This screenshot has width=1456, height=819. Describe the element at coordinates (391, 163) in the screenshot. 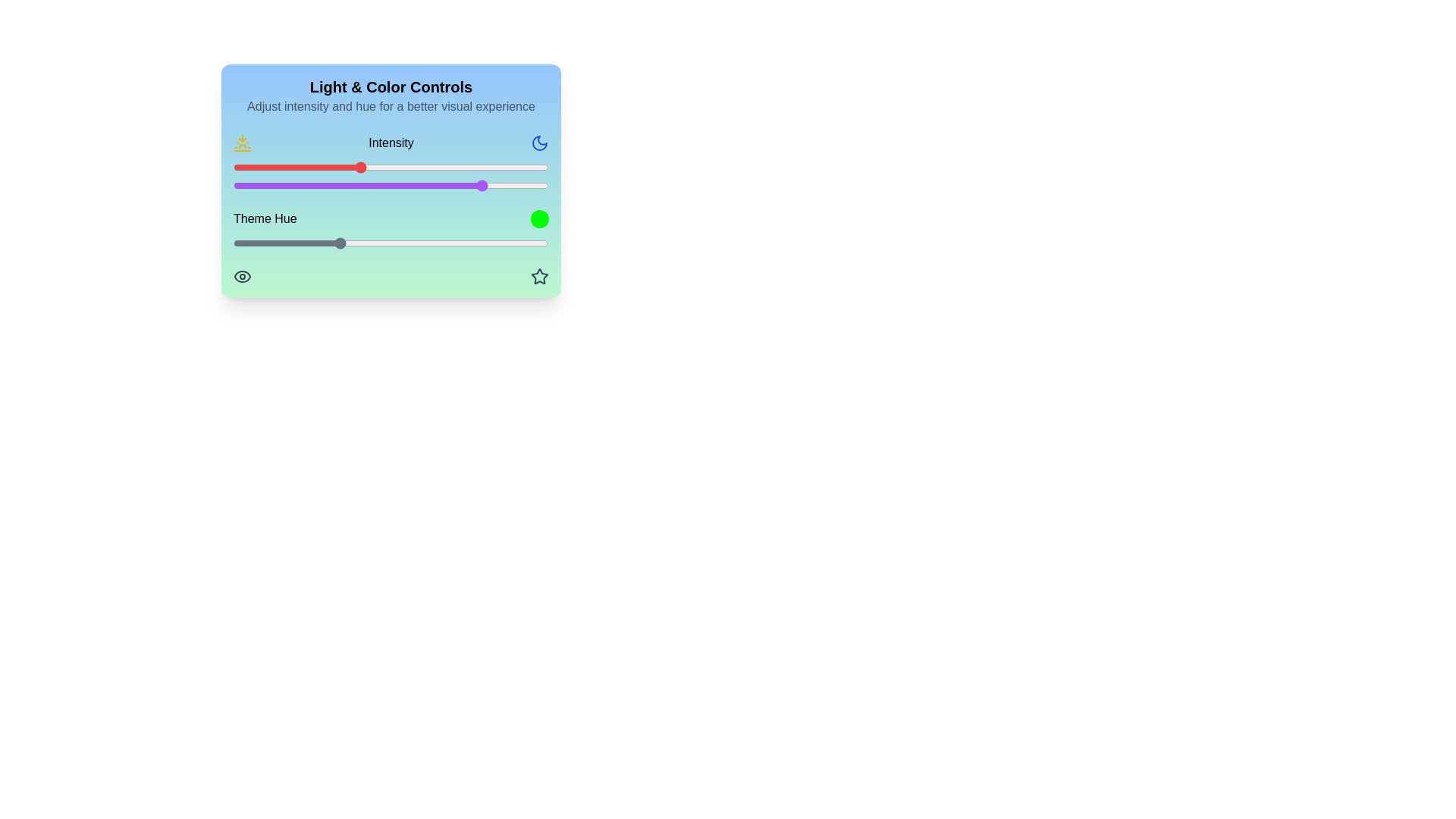

I see `the 'Intensity' text label, which is centrally positioned above the two horizontal range sliders and styled with standard text formatting against a blue gradient background` at that location.